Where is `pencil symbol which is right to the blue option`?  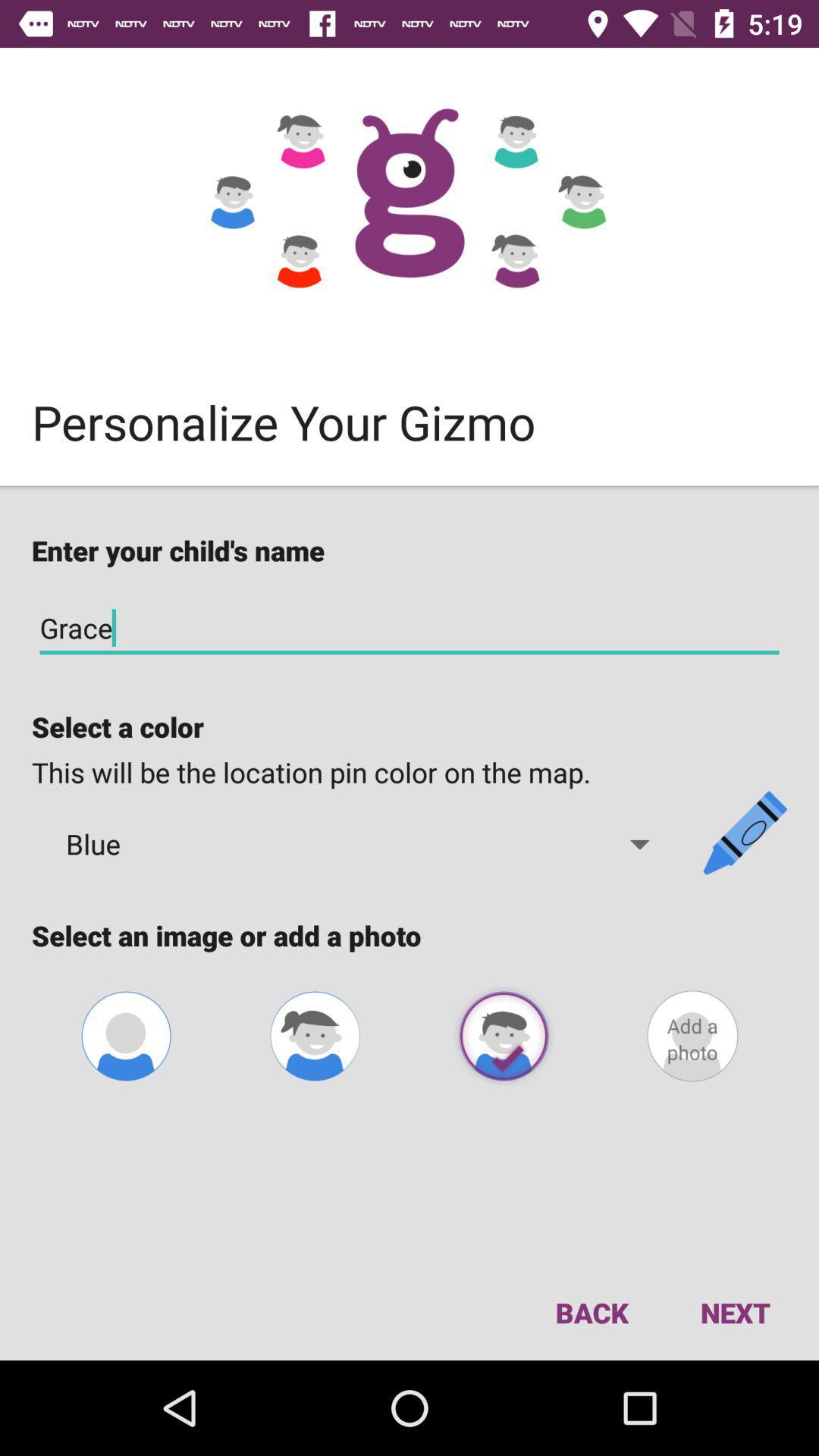
pencil symbol which is right to the blue option is located at coordinates (745, 832).